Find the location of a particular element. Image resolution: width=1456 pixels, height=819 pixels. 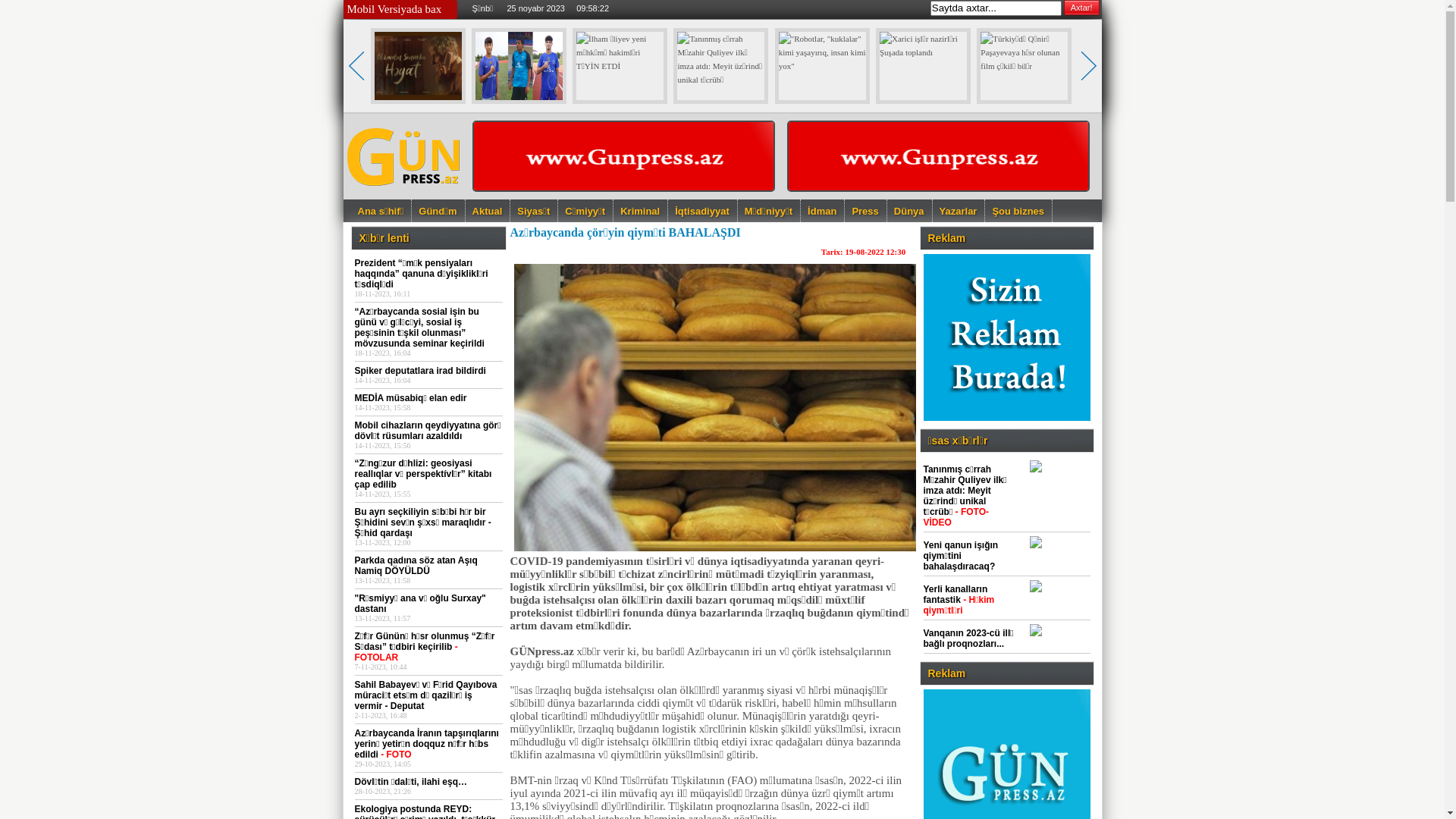

'Press' is located at coordinates (865, 210).